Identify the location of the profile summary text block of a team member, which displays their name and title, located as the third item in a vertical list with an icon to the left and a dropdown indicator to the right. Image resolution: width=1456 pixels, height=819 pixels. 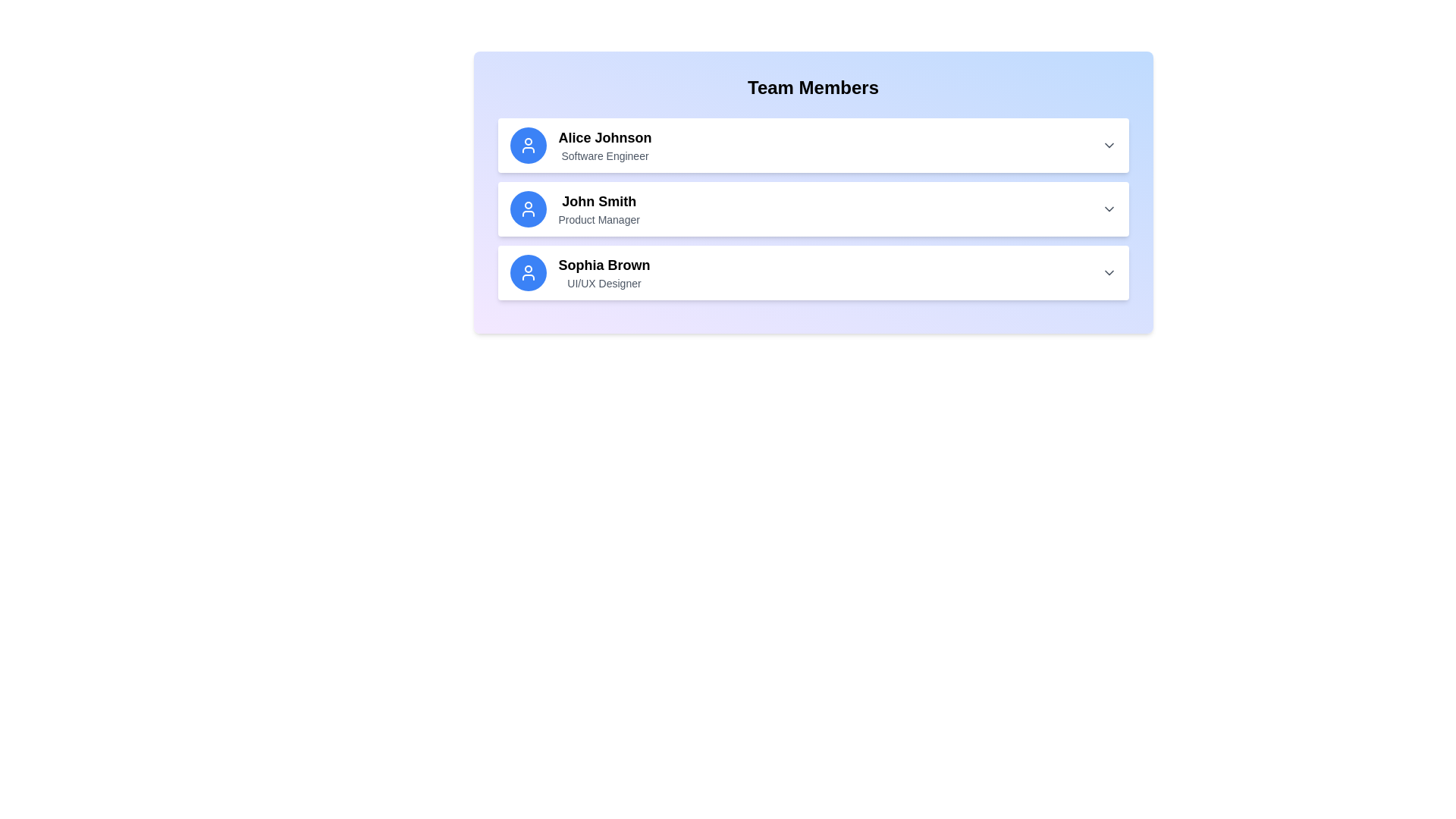
(603, 271).